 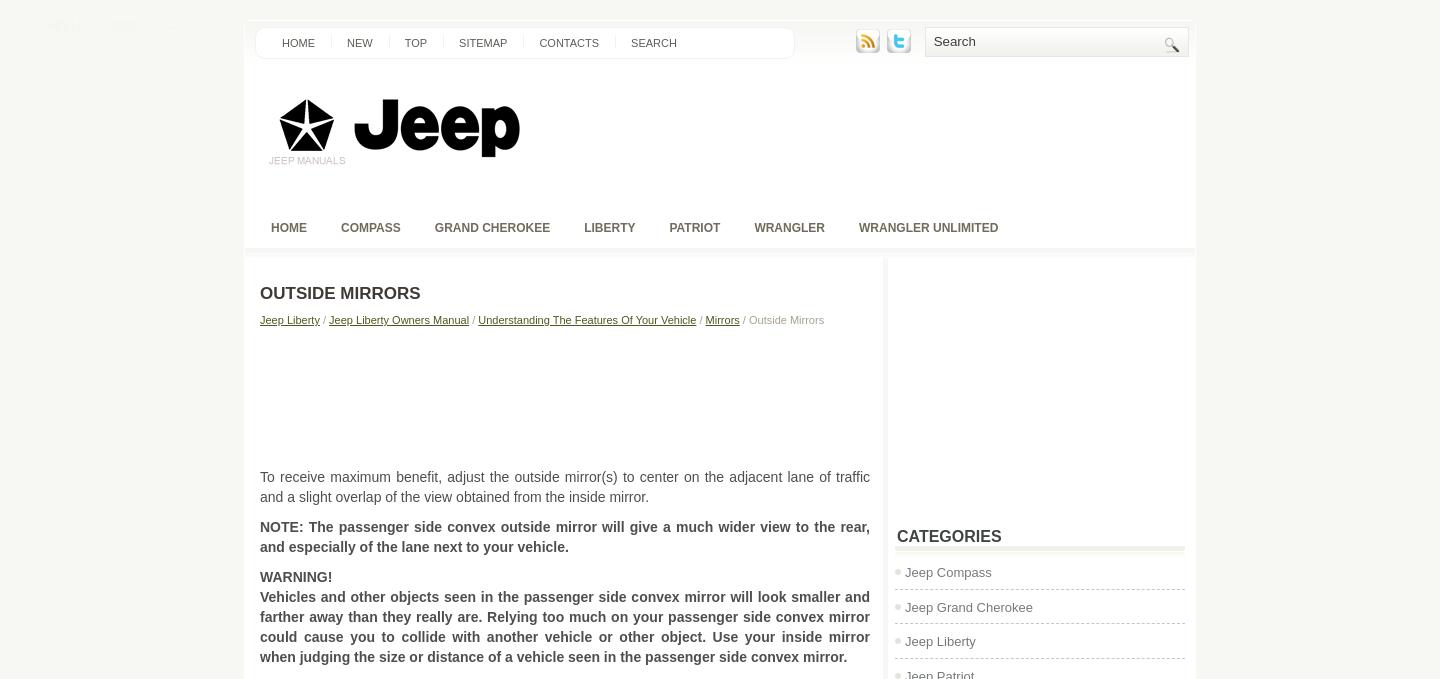 What do you see at coordinates (398, 319) in the screenshot?
I see `'Jeep Liberty Owners Manual'` at bounding box center [398, 319].